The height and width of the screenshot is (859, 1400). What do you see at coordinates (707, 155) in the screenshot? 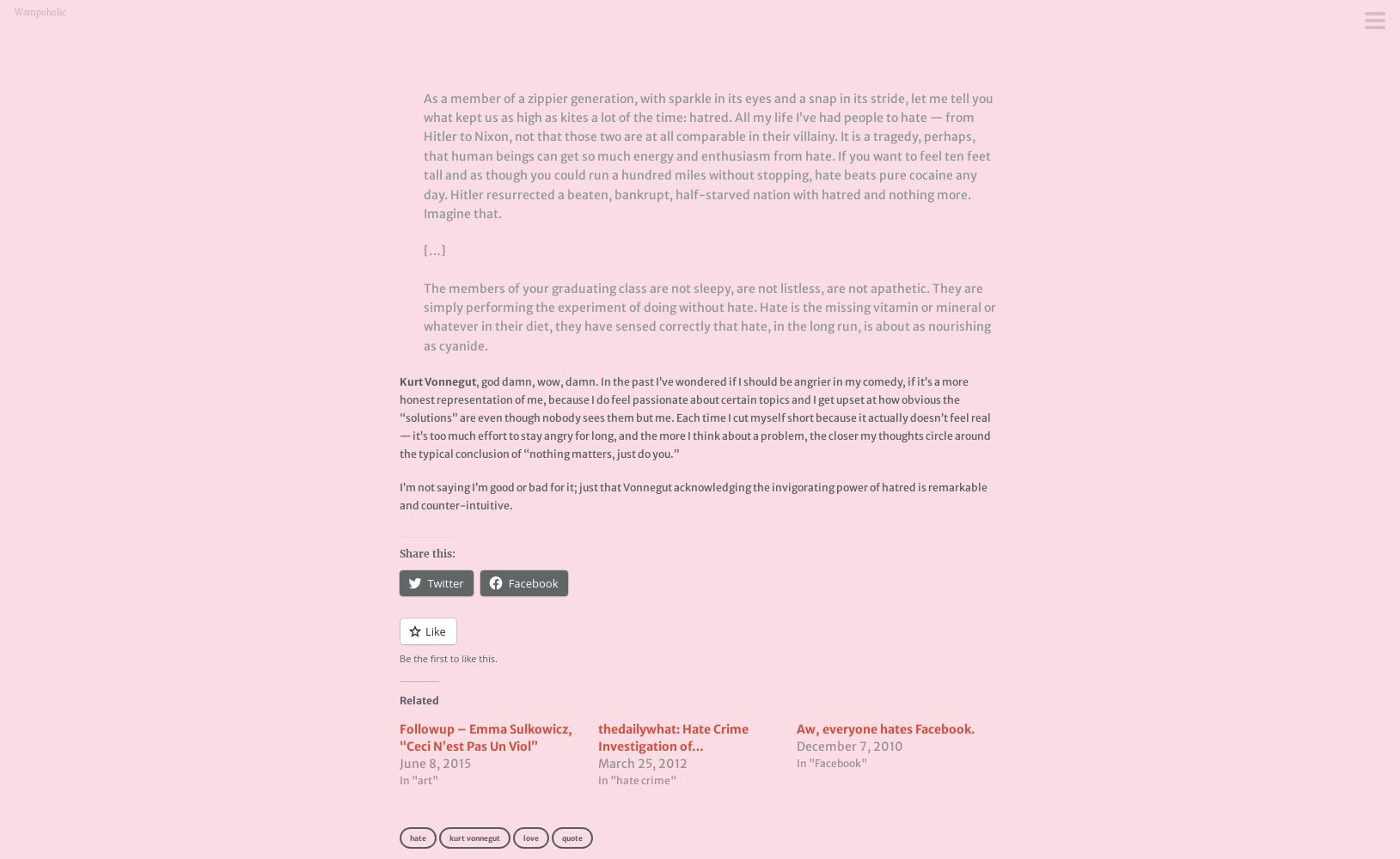
I see `'As a member of a zippier generation, with sparkle in its eyes and a snap in its stride, let me tell you what kept us as high as kites a lot of the time: hatred. All my life I’ve had people to hate — from Hitler to Nixon, not that those two are at all comparable in their villainy. It is a tragedy, perhaps, that human beings can get so much energy and enthusiasm from hate. If you want to feel ten feet tall and as though you could run a hundred miles without stopping, hate beats pure cocaine any day. Hitler resurrected a beaten, bankrupt, half-starved nation with hatred and nothing more. Imagine that.'` at bounding box center [707, 155].